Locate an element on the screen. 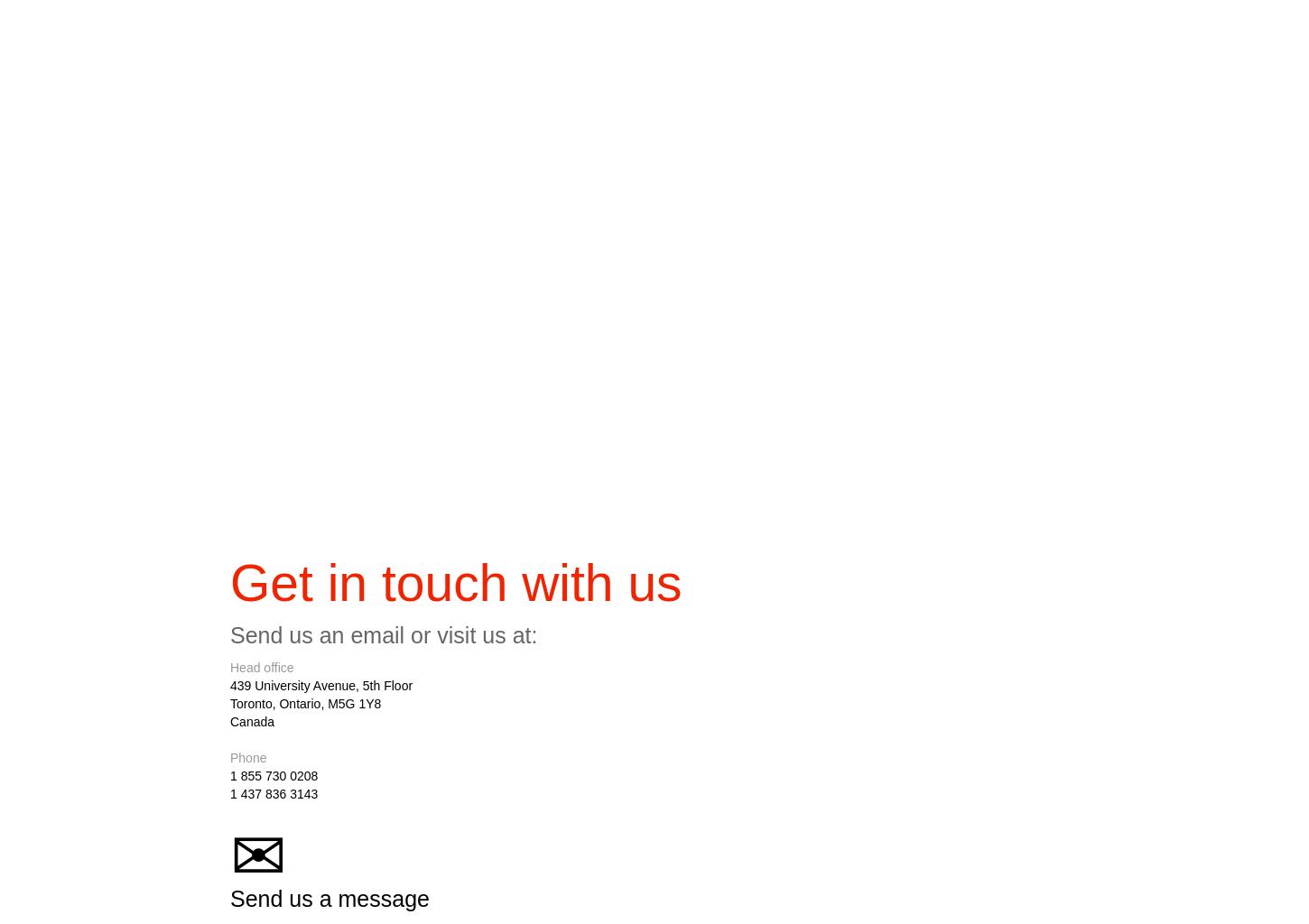 The height and width of the screenshot is (924, 1309). 'Canada' is located at coordinates (252, 725).